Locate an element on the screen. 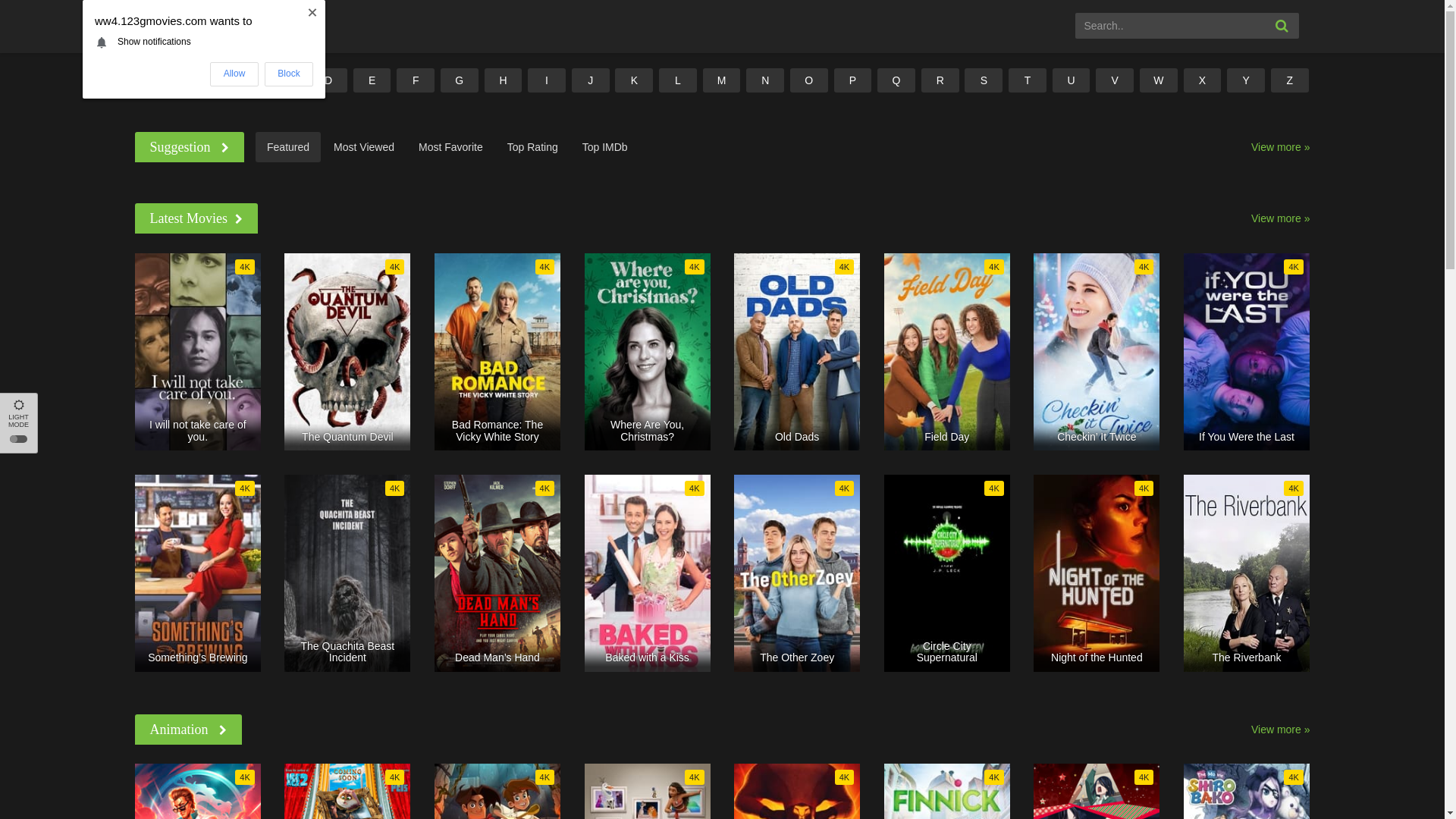  'H' is located at coordinates (503, 80).